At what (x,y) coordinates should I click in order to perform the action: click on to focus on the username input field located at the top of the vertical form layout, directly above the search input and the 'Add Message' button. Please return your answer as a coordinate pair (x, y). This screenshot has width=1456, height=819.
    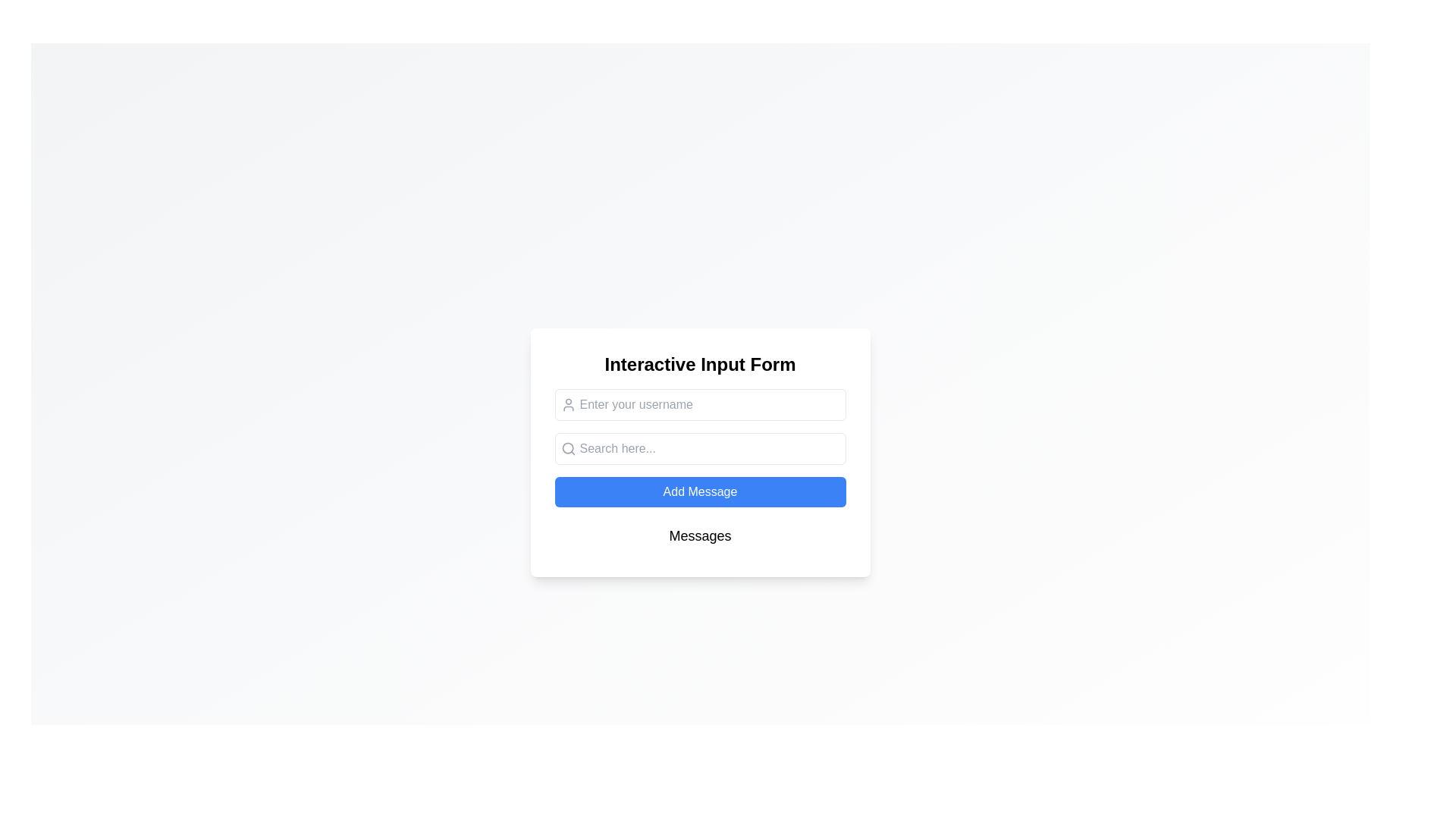
    Looking at the image, I should click on (699, 403).